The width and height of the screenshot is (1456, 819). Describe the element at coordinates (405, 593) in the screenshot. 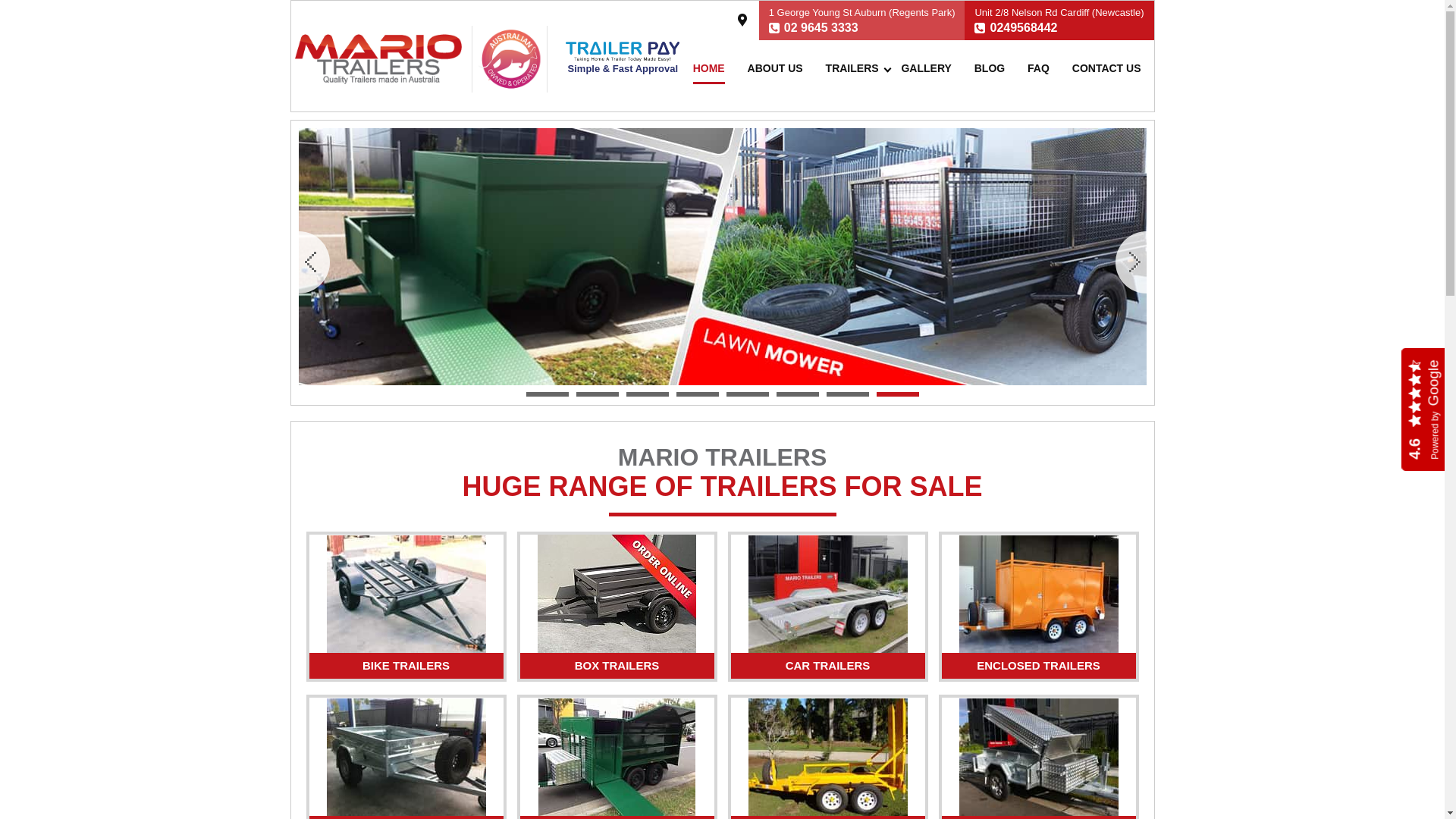

I see `'Bike Trailers'` at that location.